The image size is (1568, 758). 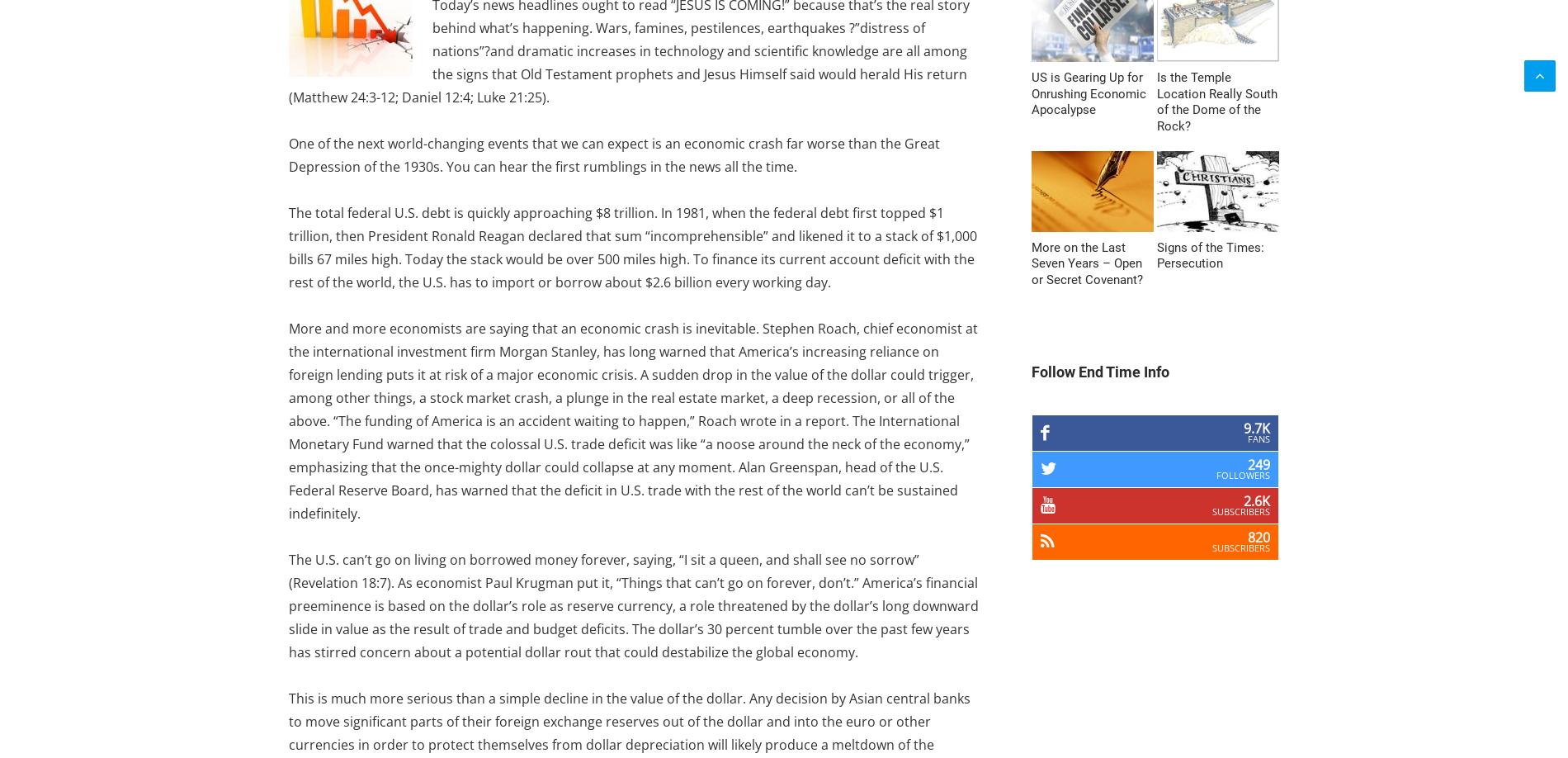 What do you see at coordinates (1257, 500) in the screenshot?
I see `'2.6k'` at bounding box center [1257, 500].